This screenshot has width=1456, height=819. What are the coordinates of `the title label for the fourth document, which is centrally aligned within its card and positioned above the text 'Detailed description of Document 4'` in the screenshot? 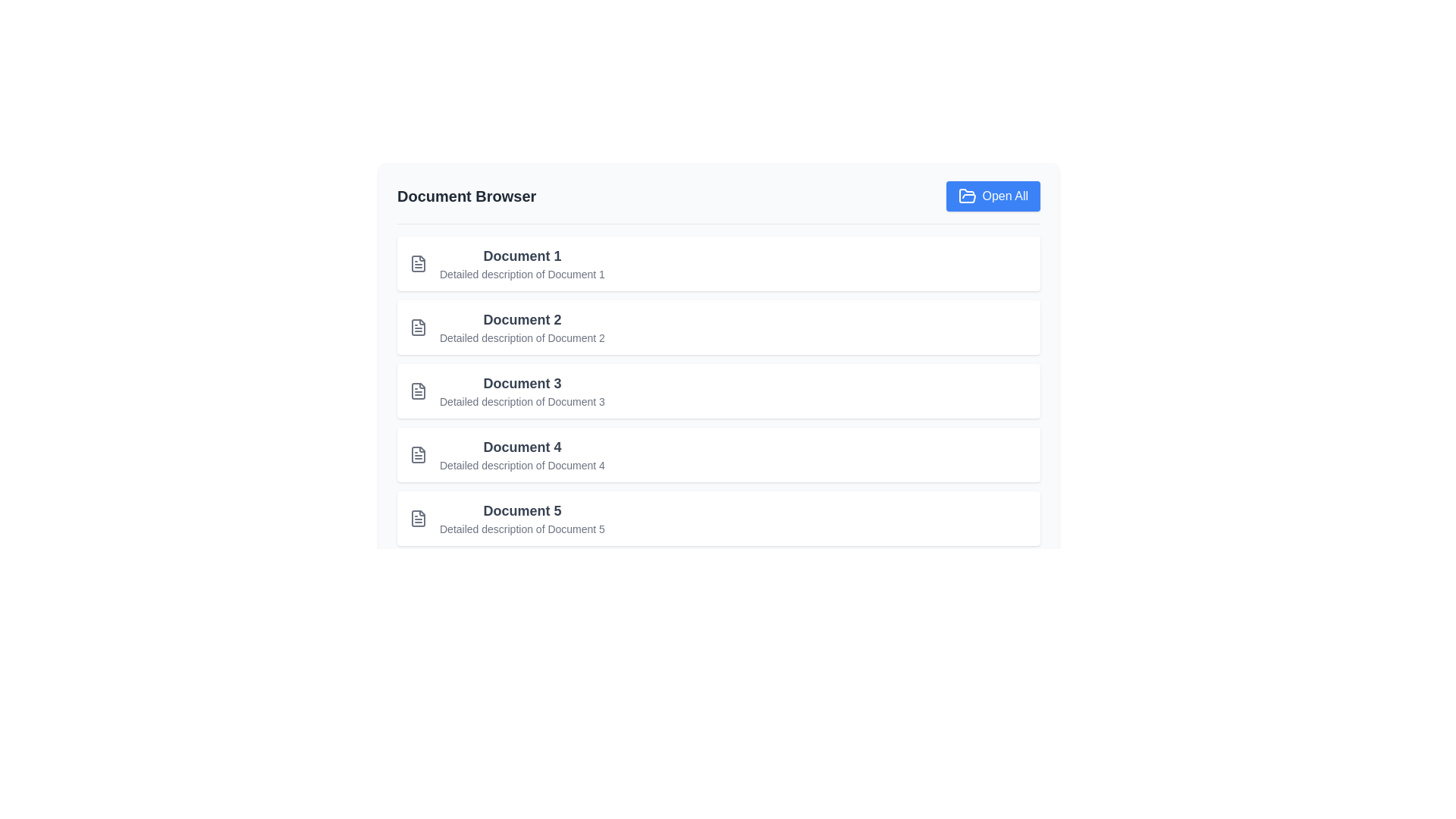 It's located at (522, 447).